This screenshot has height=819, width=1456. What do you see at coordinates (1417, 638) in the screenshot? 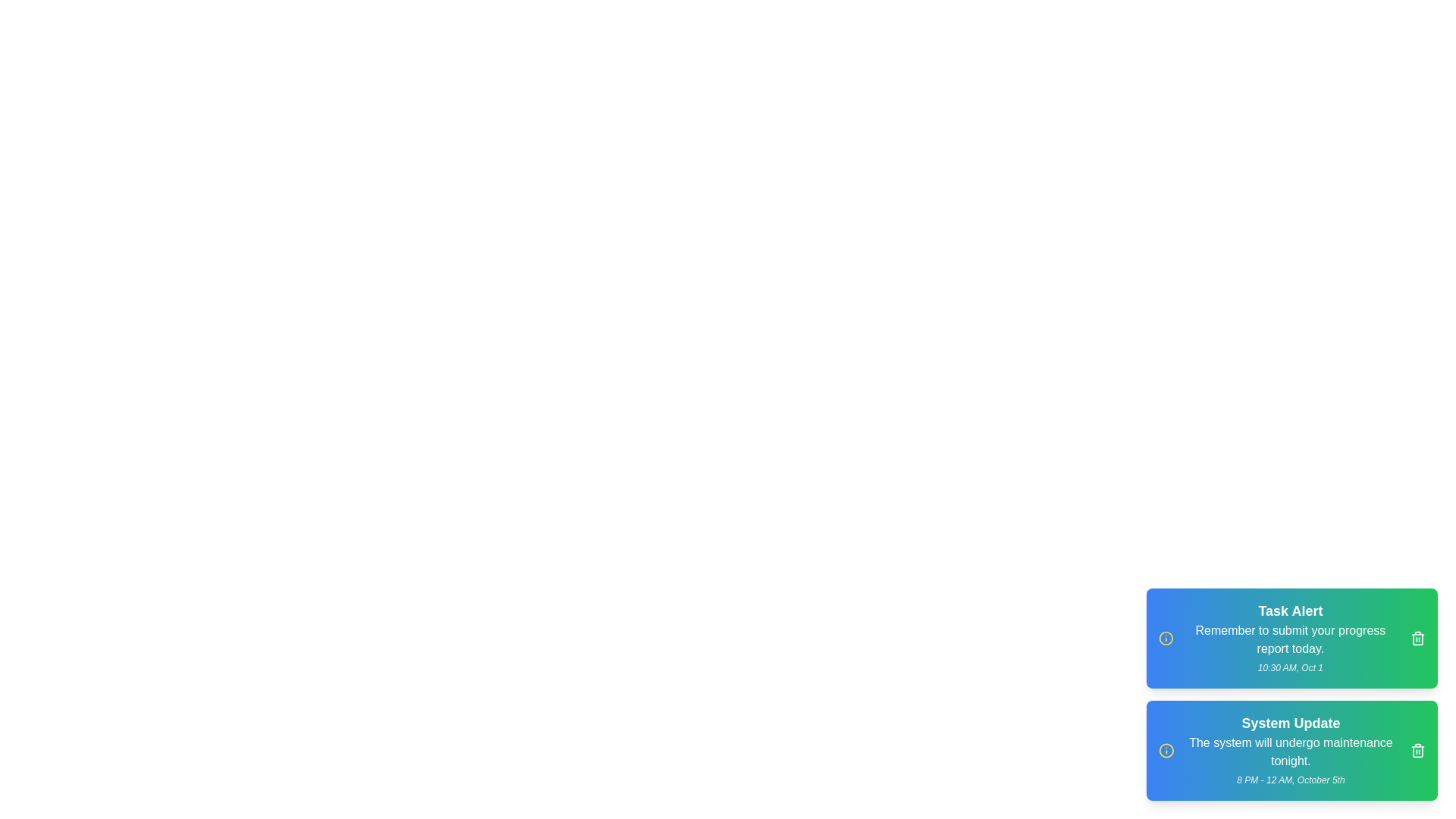
I see `the notification with title Task Alert` at bounding box center [1417, 638].